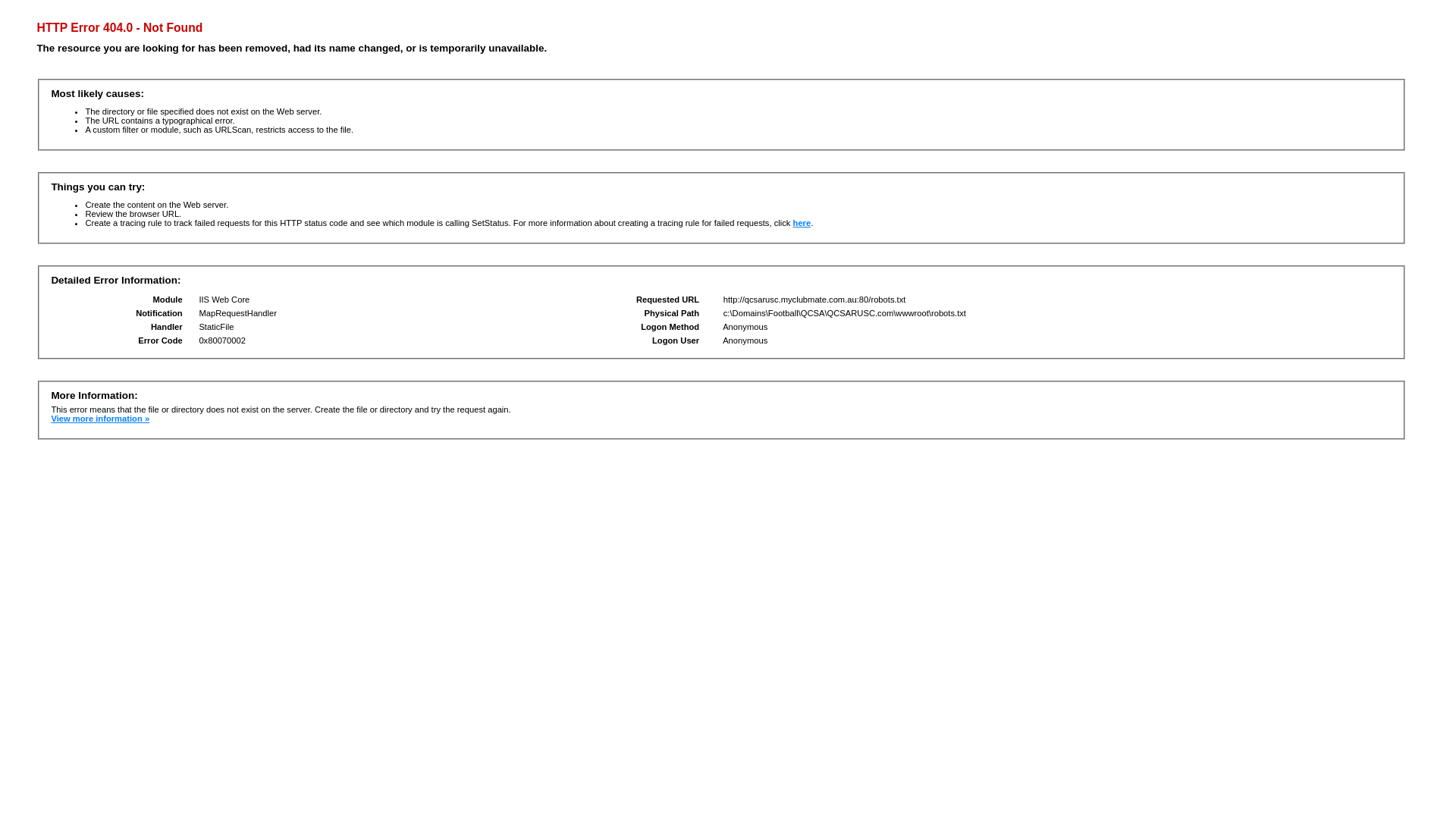 The image size is (1456, 819). I want to click on 'here', so click(801, 222).